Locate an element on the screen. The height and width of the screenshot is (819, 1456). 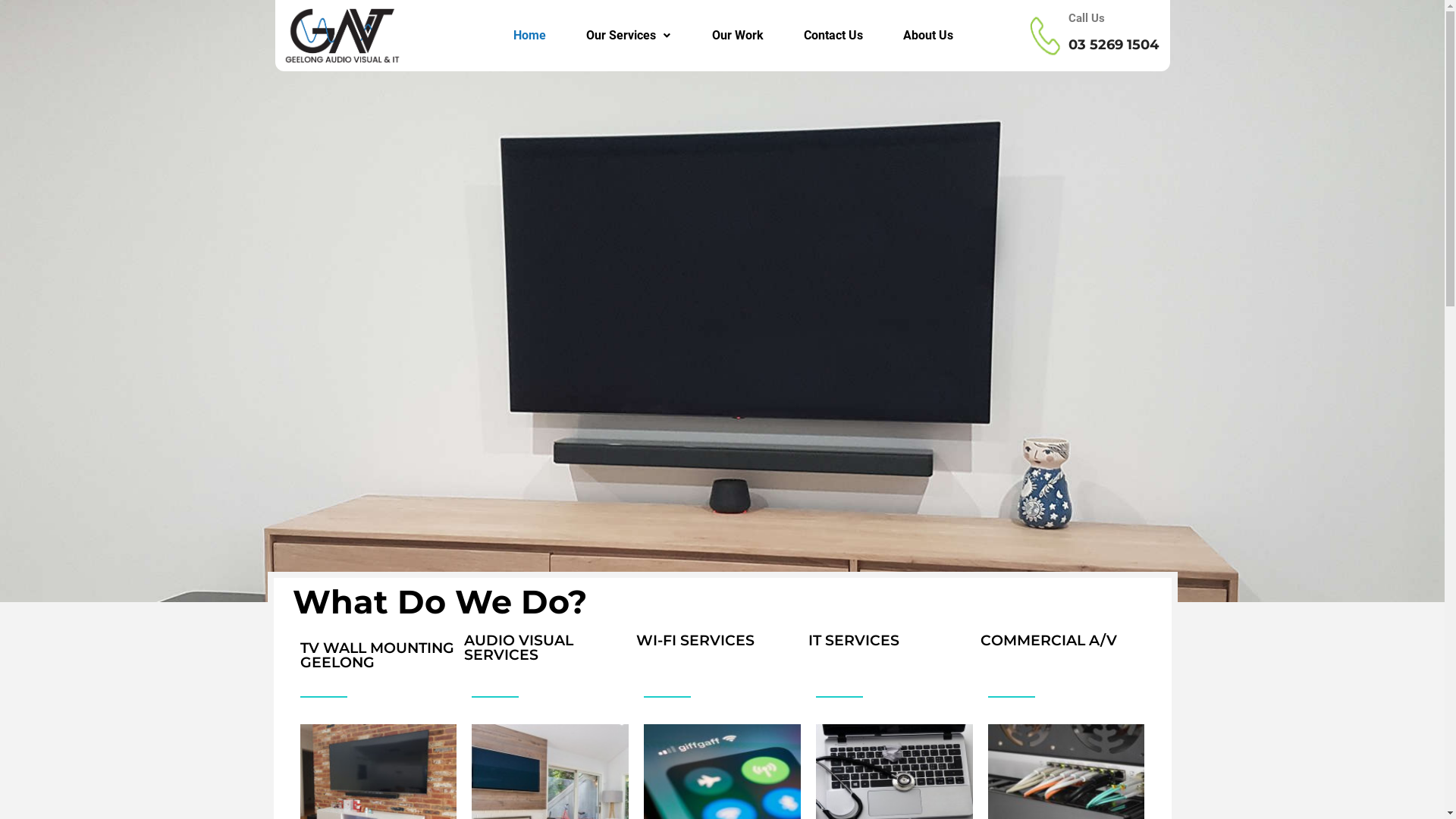
'Our Services' is located at coordinates (629, 34).